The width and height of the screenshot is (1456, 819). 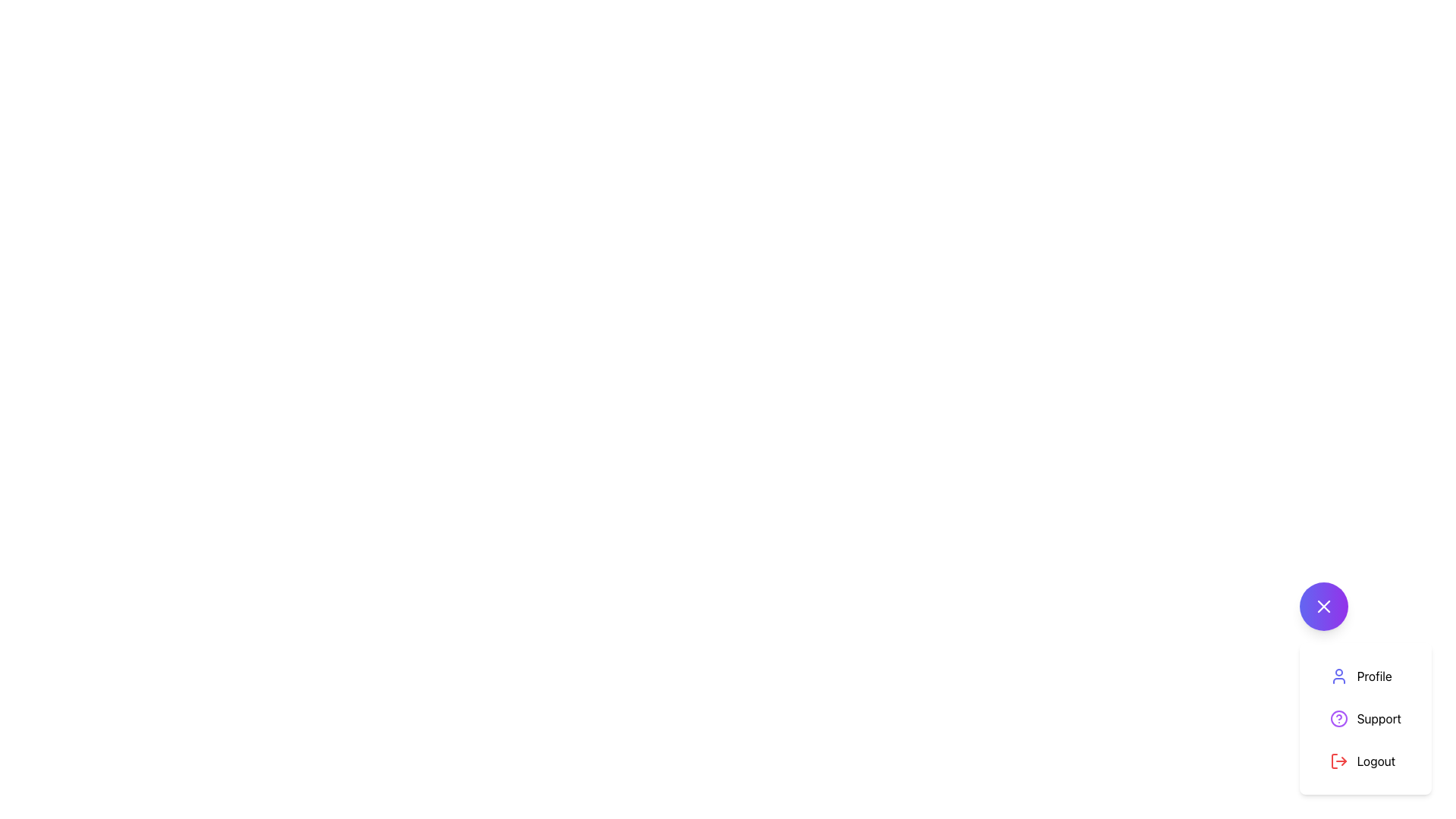 What do you see at coordinates (1376, 761) in the screenshot?
I see `the 'Logout' text label located at the bottom of the vertical menu list on the right side of the interface` at bounding box center [1376, 761].